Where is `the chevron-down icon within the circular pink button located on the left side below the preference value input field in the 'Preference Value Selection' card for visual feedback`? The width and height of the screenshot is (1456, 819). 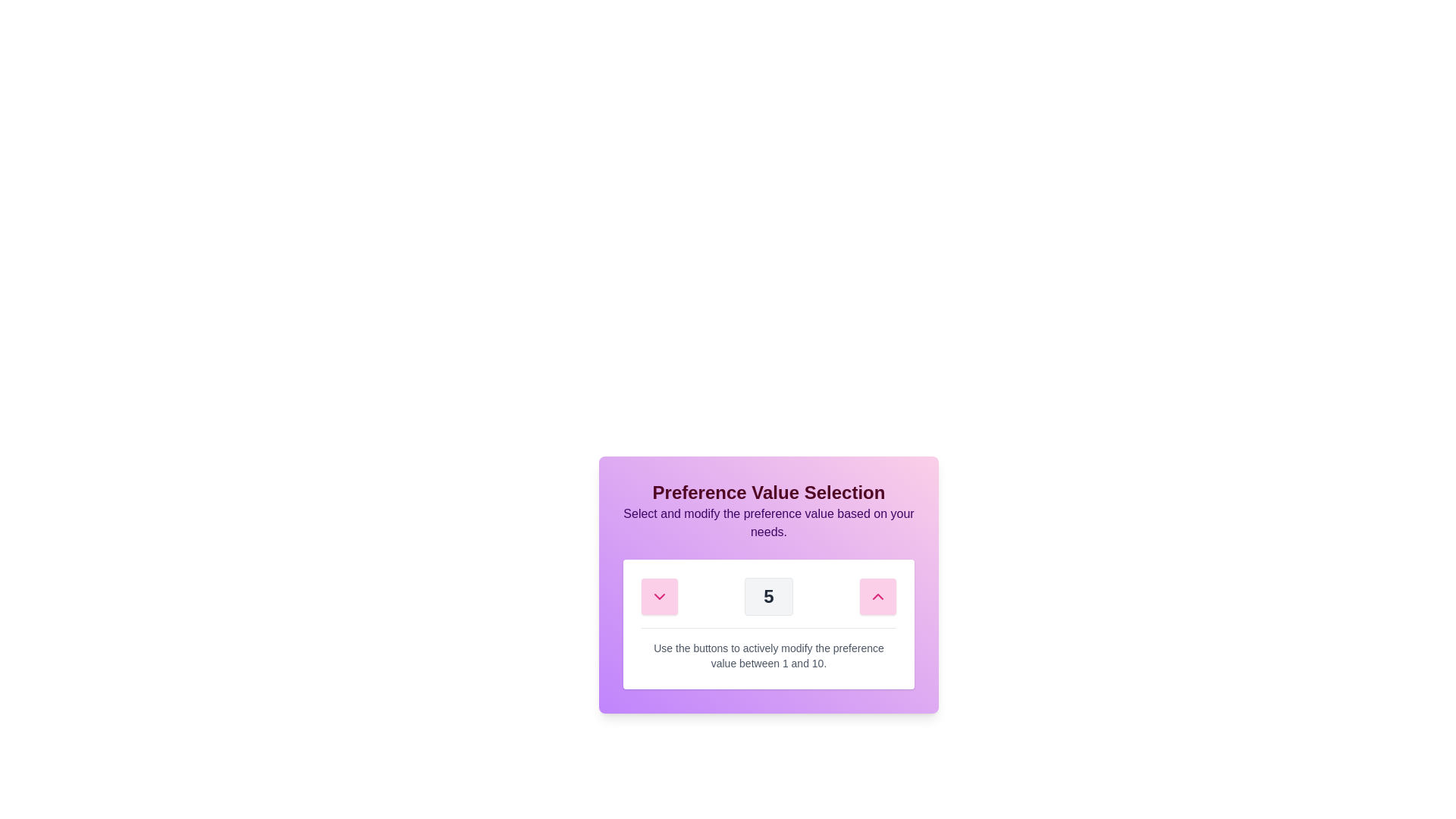 the chevron-down icon within the circular pink button located on the left side below the preference value input field in the 'Preference Value Selection' card for visual feedback is located at coordinates (659, 595).